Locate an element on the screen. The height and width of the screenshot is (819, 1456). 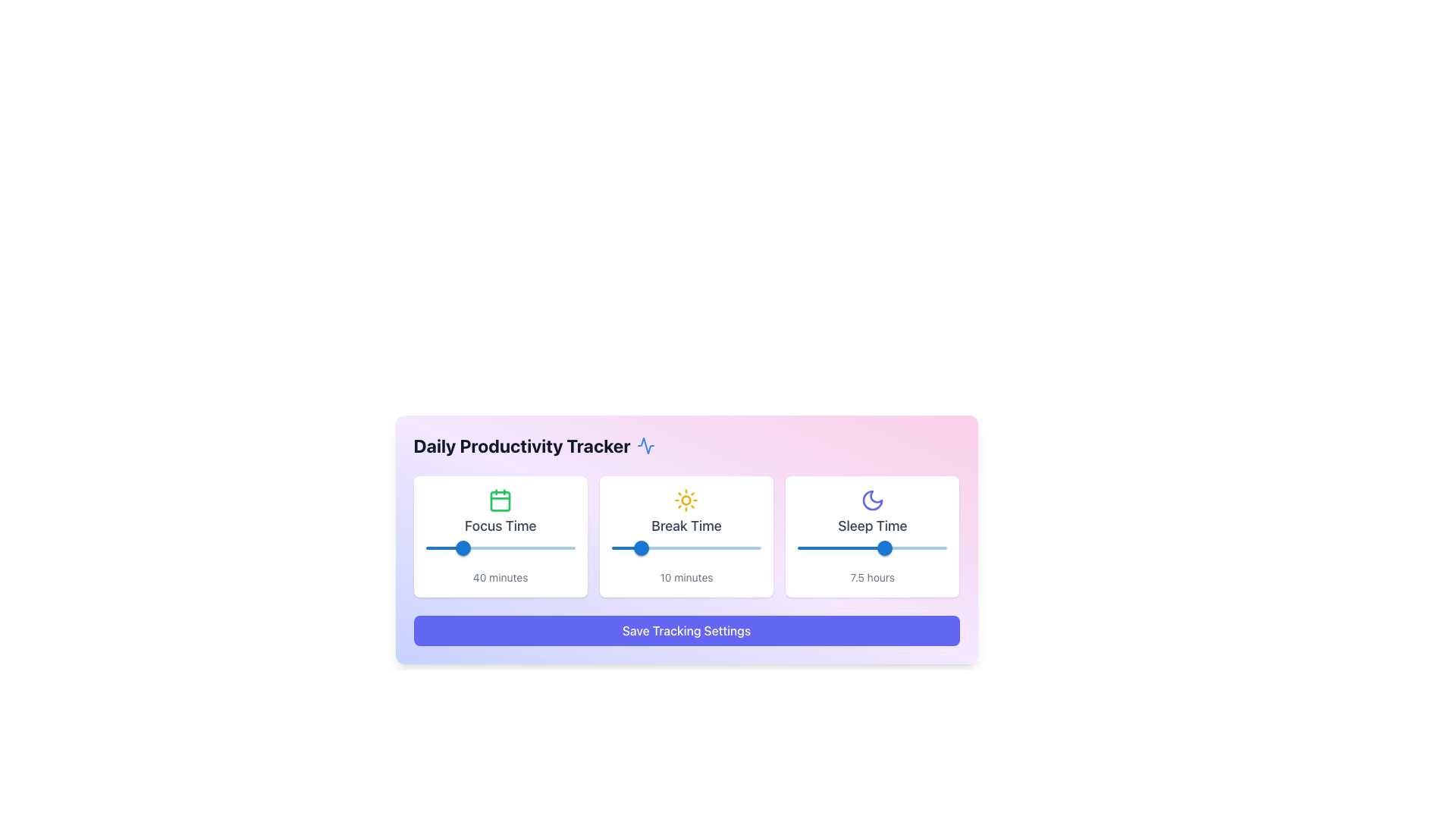
the focus time is located at coordinates (477, 548).